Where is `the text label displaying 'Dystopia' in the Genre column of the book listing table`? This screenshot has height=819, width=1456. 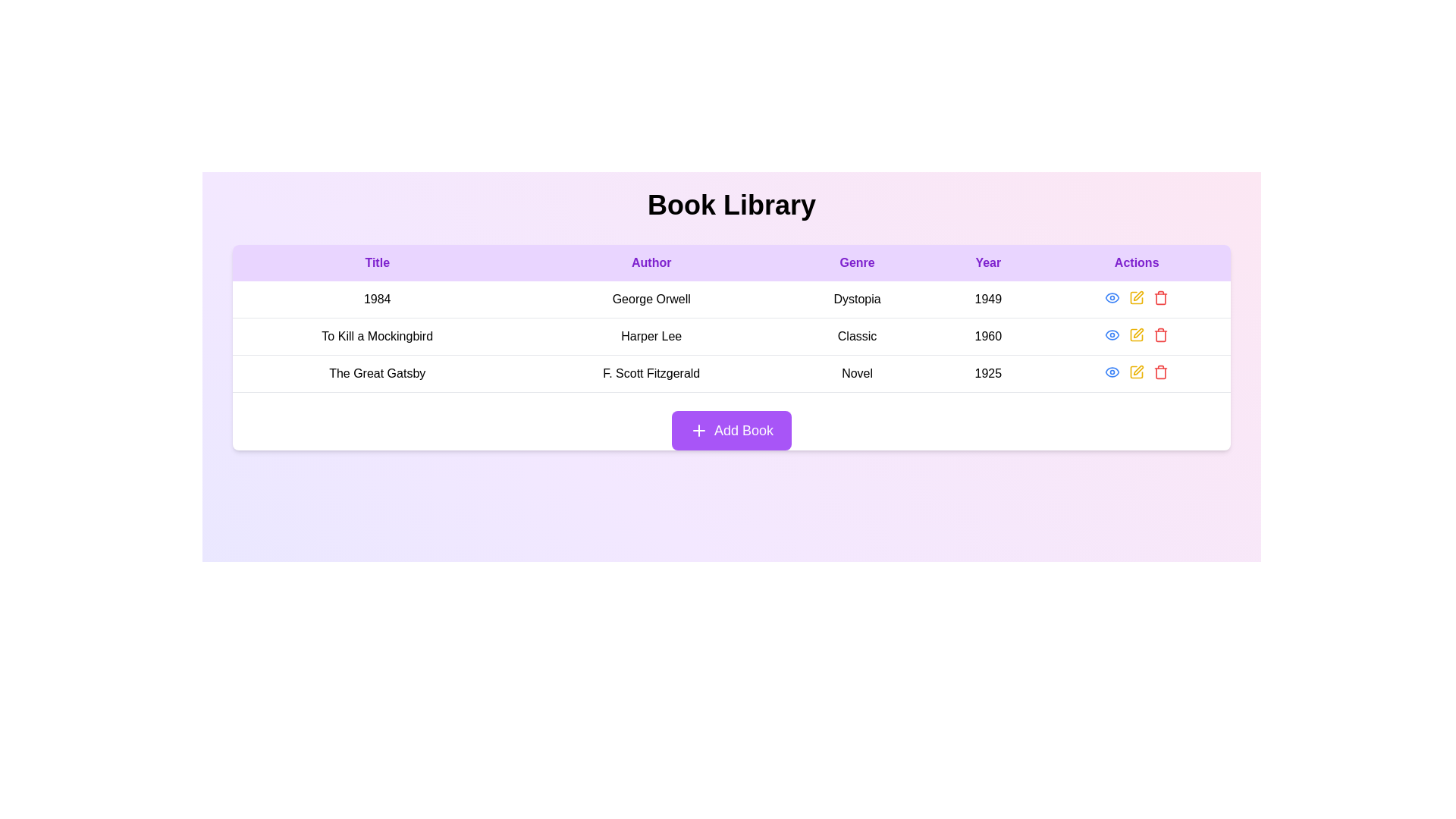 the text label displaying 'Dystopia' in the Genre column of the book listing table is located at coordinates (857, 300).